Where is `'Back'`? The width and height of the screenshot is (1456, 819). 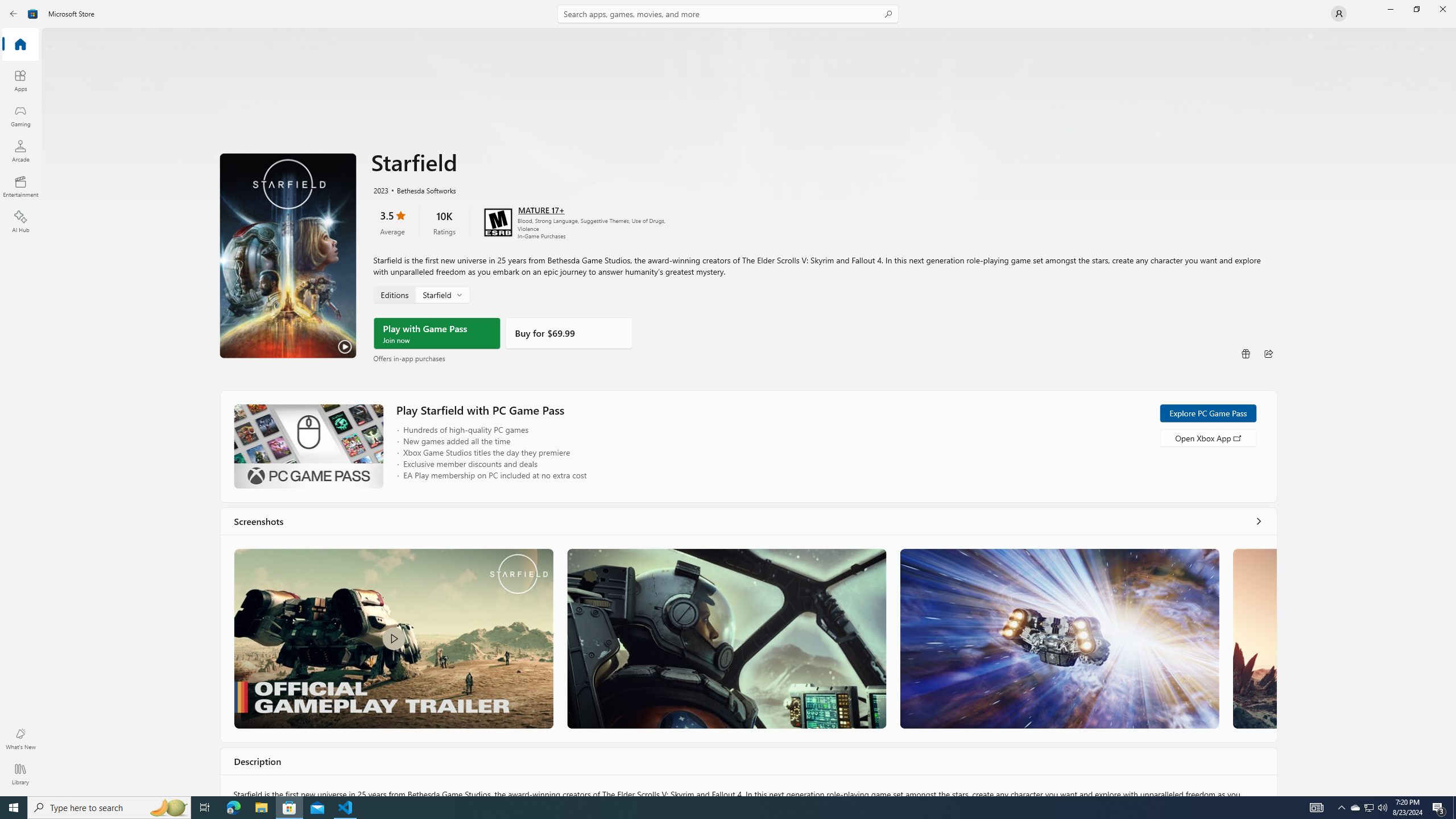 'Back' is located at coordinates (14, 13).